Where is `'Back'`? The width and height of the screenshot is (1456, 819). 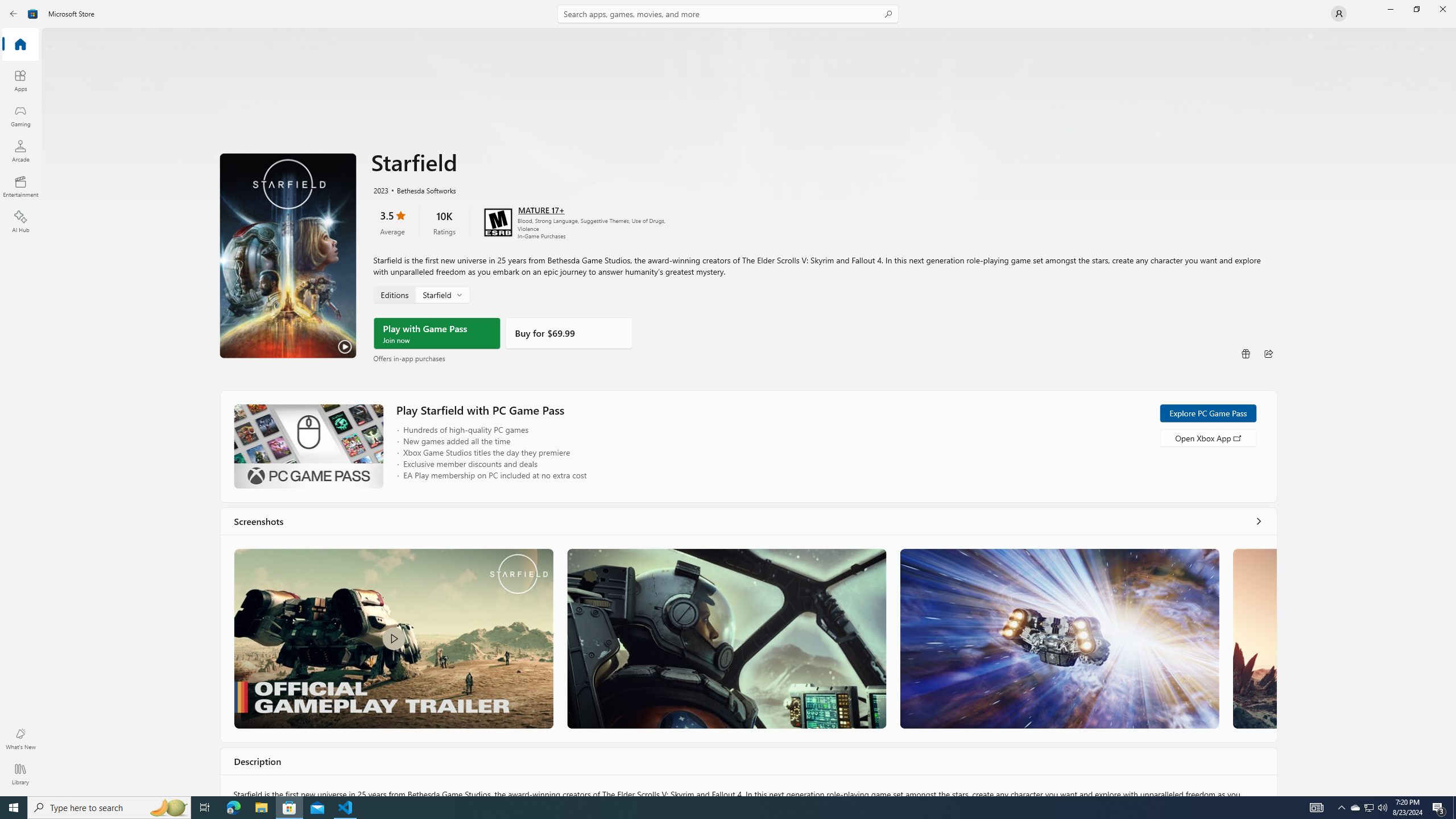 'Back' is located at coordinates (14, 13).